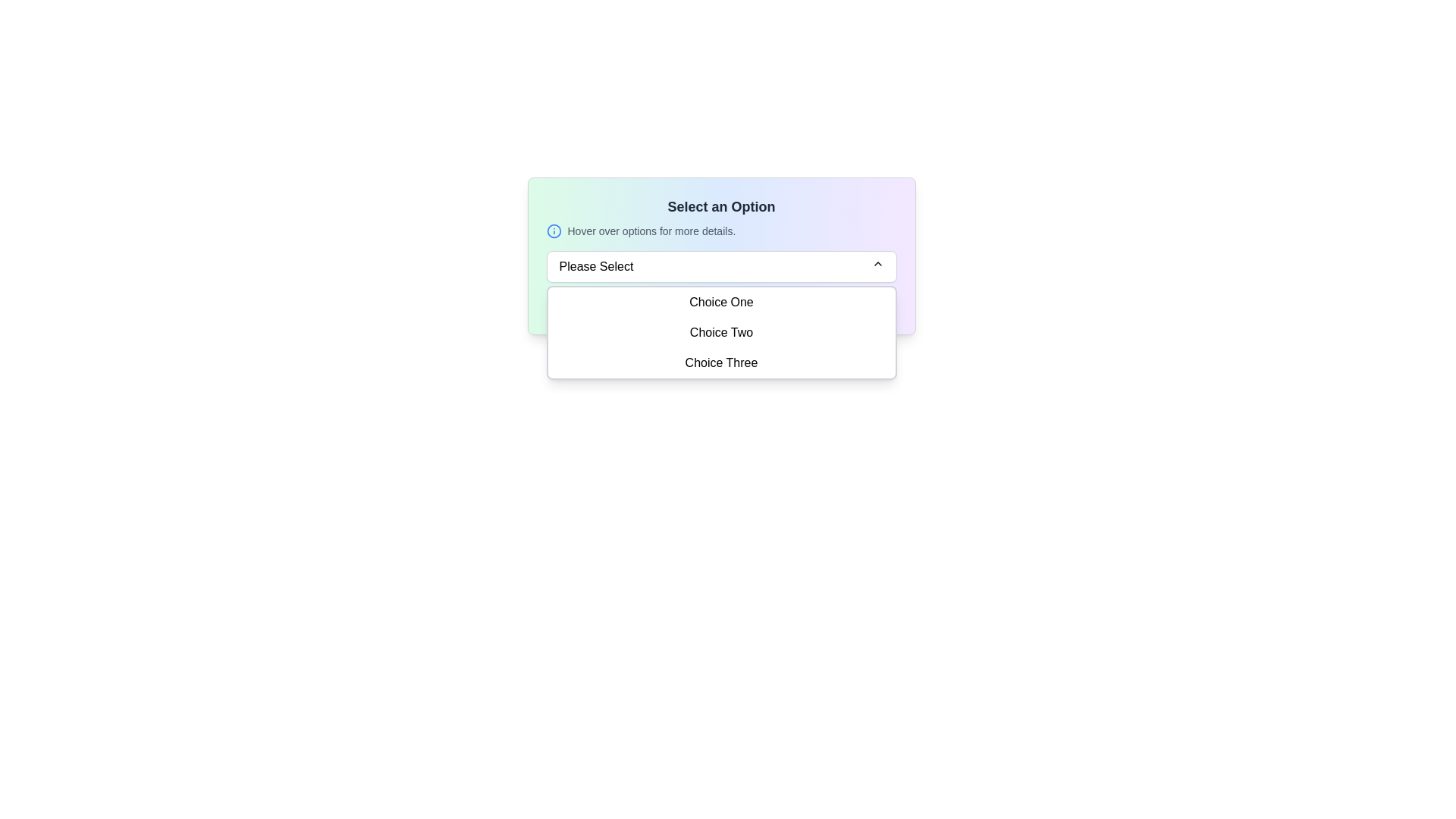 Image resolution: width=1456 pixels, height=819 pixels. Describe the element at coordinates (720, 332) in the screenshot. I see `the dropdown menu item labeled 'Choice Two'` at that location.